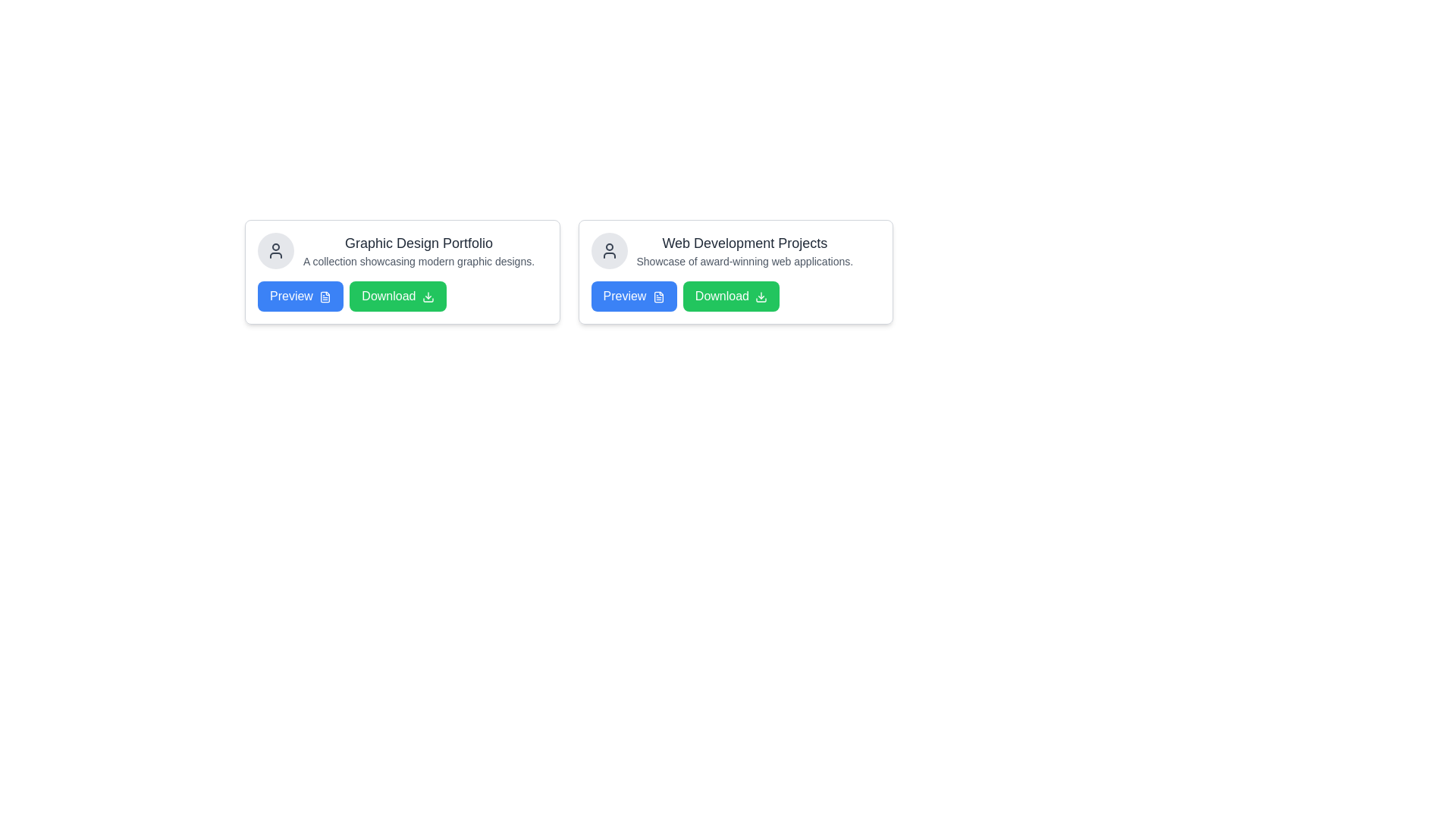  Describe the element at coordinates (428, 297) in the screenshot. I see `the download icon, which is a small square graphical icon with a downward arrow, located to the right of the green 'Download' button in the 'Graphic Design Portfolio' card` at that location.